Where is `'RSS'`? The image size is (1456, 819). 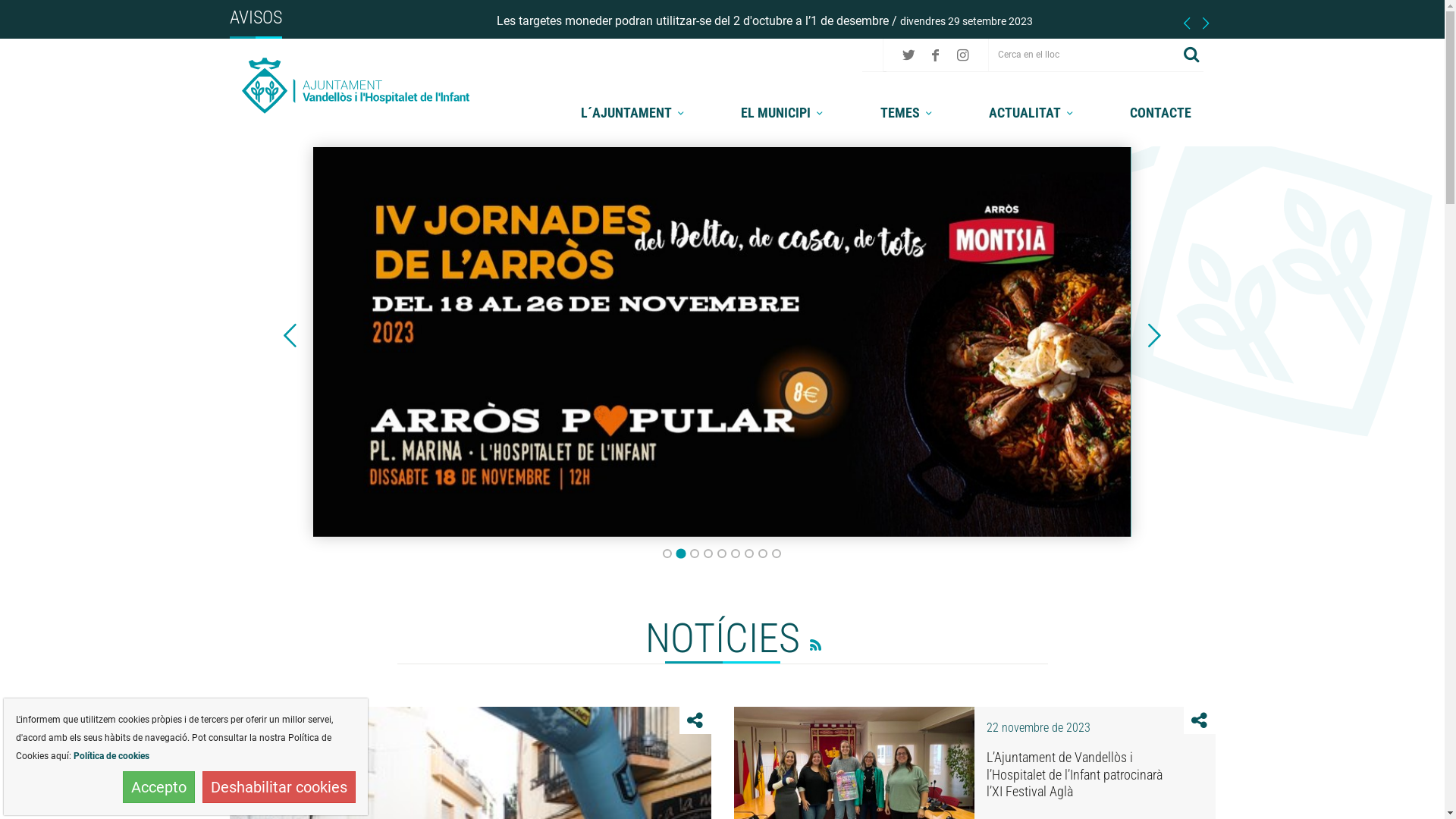
'RSS' is located at coordinates (799, 642).